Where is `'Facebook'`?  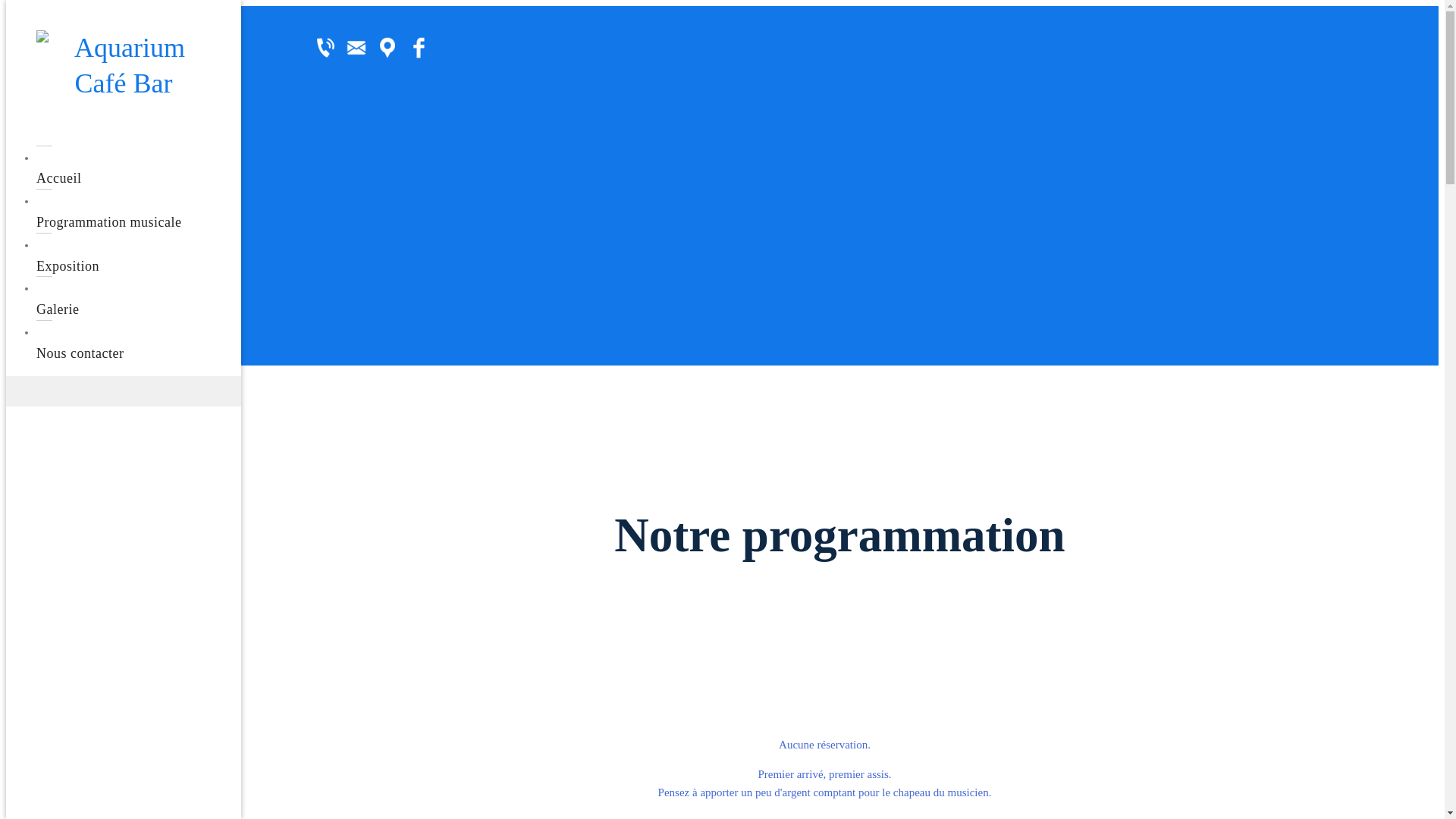 'Facebook' is located at coordinates (418, 46).